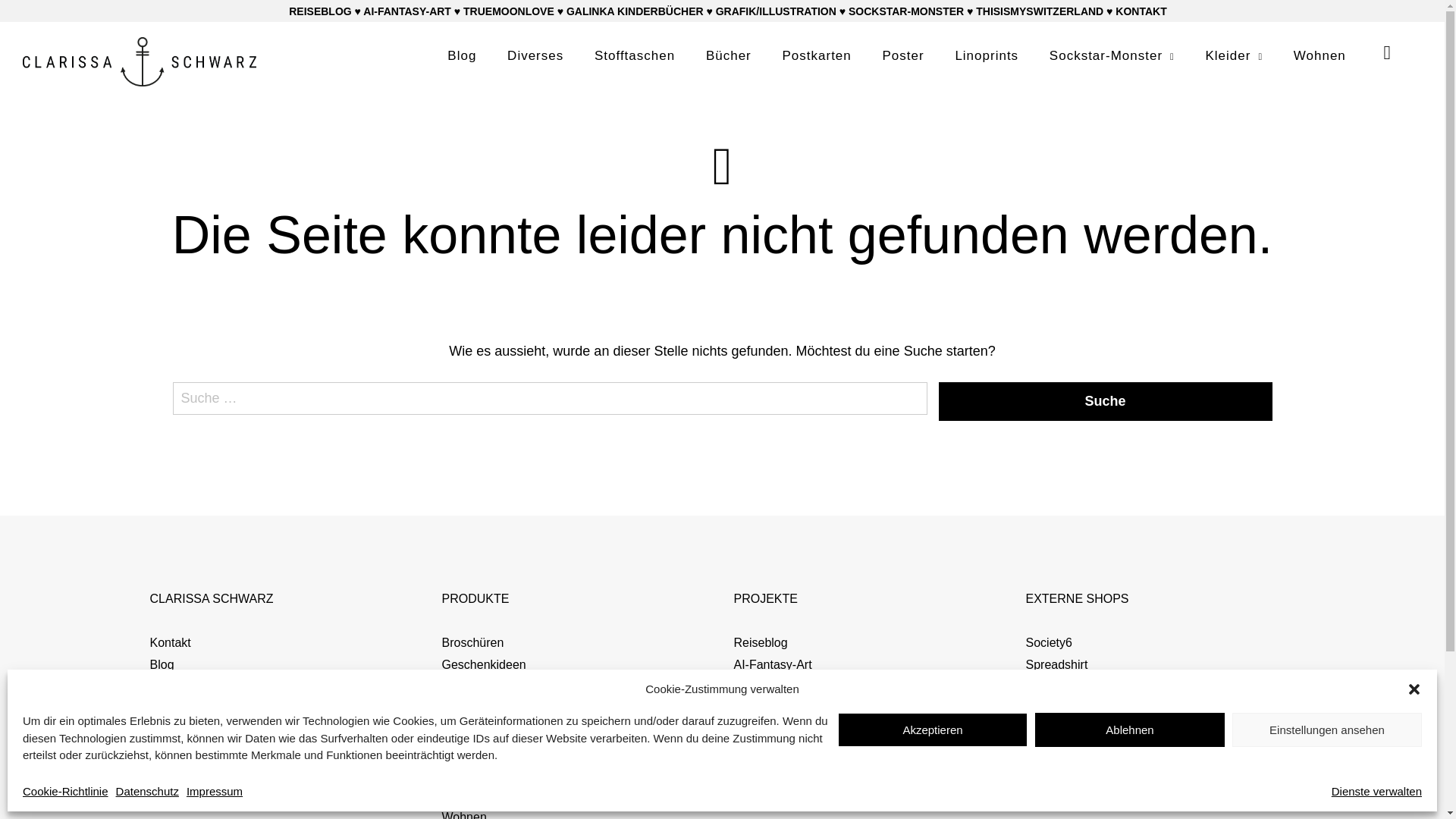  What do you see at coordinates (1376, 790) in the screenshot?
I see `'Dienste verwalten'` at bounding box center [1376, 790].